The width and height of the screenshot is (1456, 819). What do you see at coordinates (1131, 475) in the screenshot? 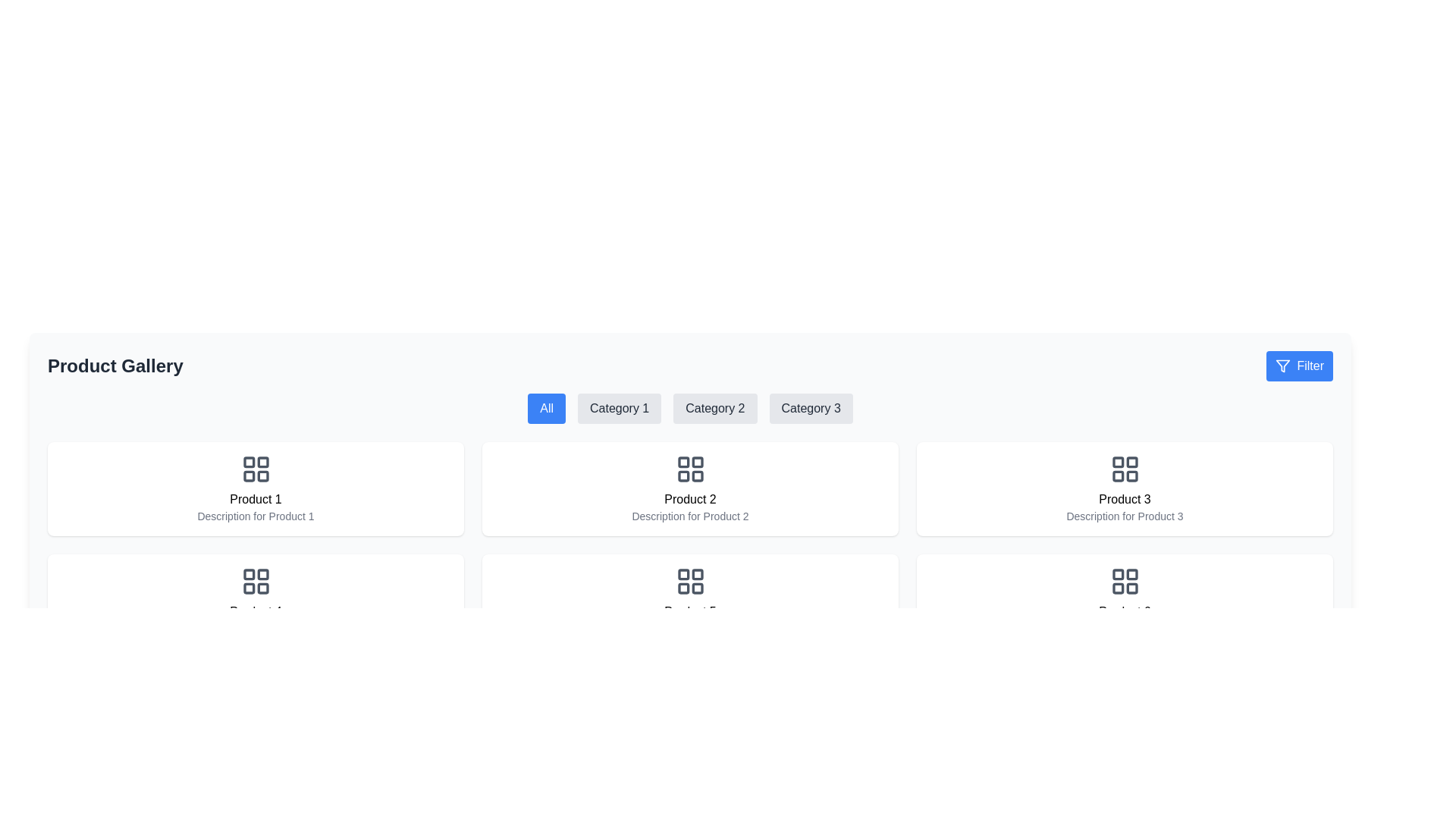
I see `the third square in a 2x2 grid layout, which indicates an active state or selection` at bounding box center [1131, 475].